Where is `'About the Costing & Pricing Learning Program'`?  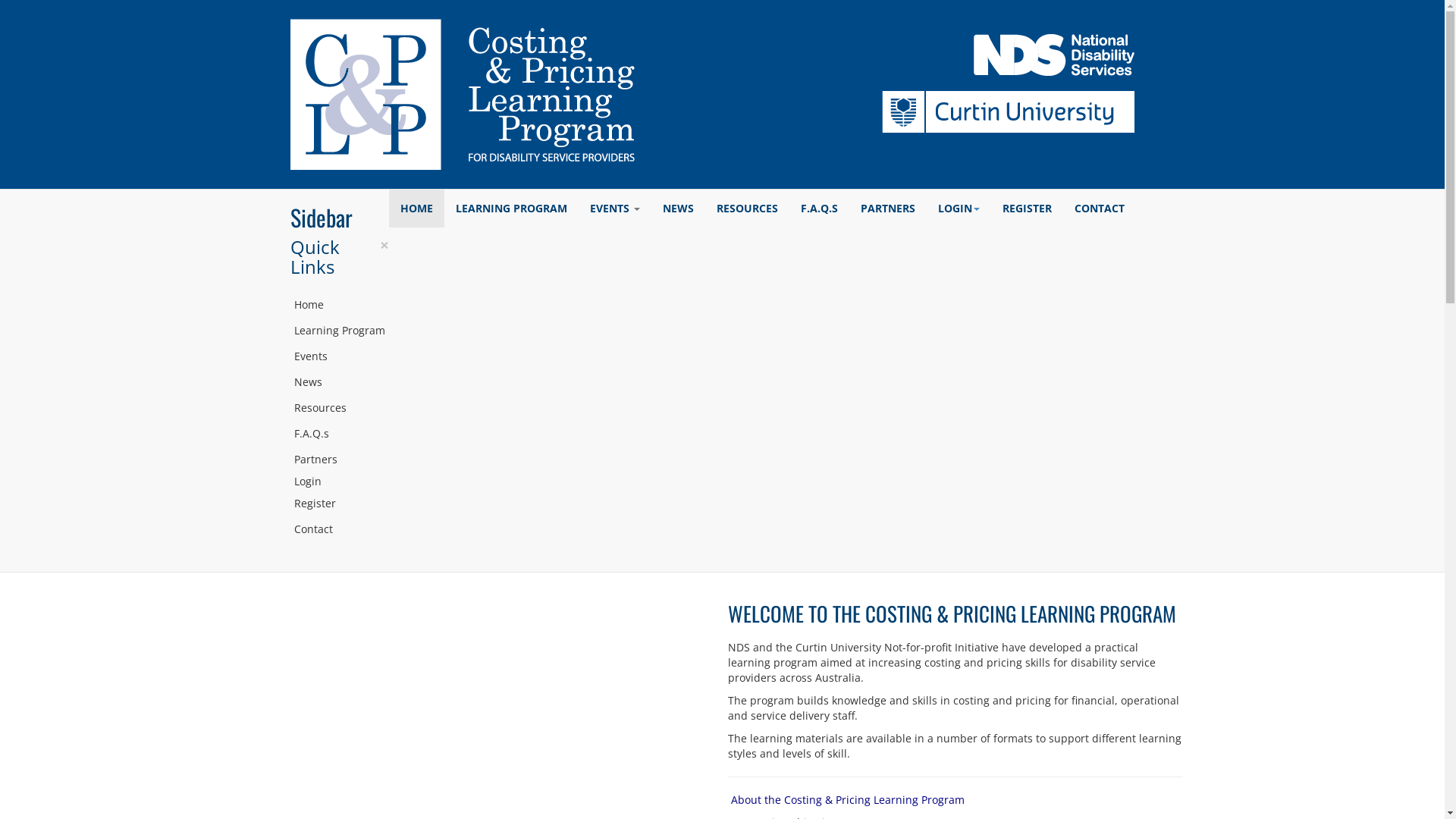
'About the Costing & Pricing Learning Program' is located at coordinates (847, 799).